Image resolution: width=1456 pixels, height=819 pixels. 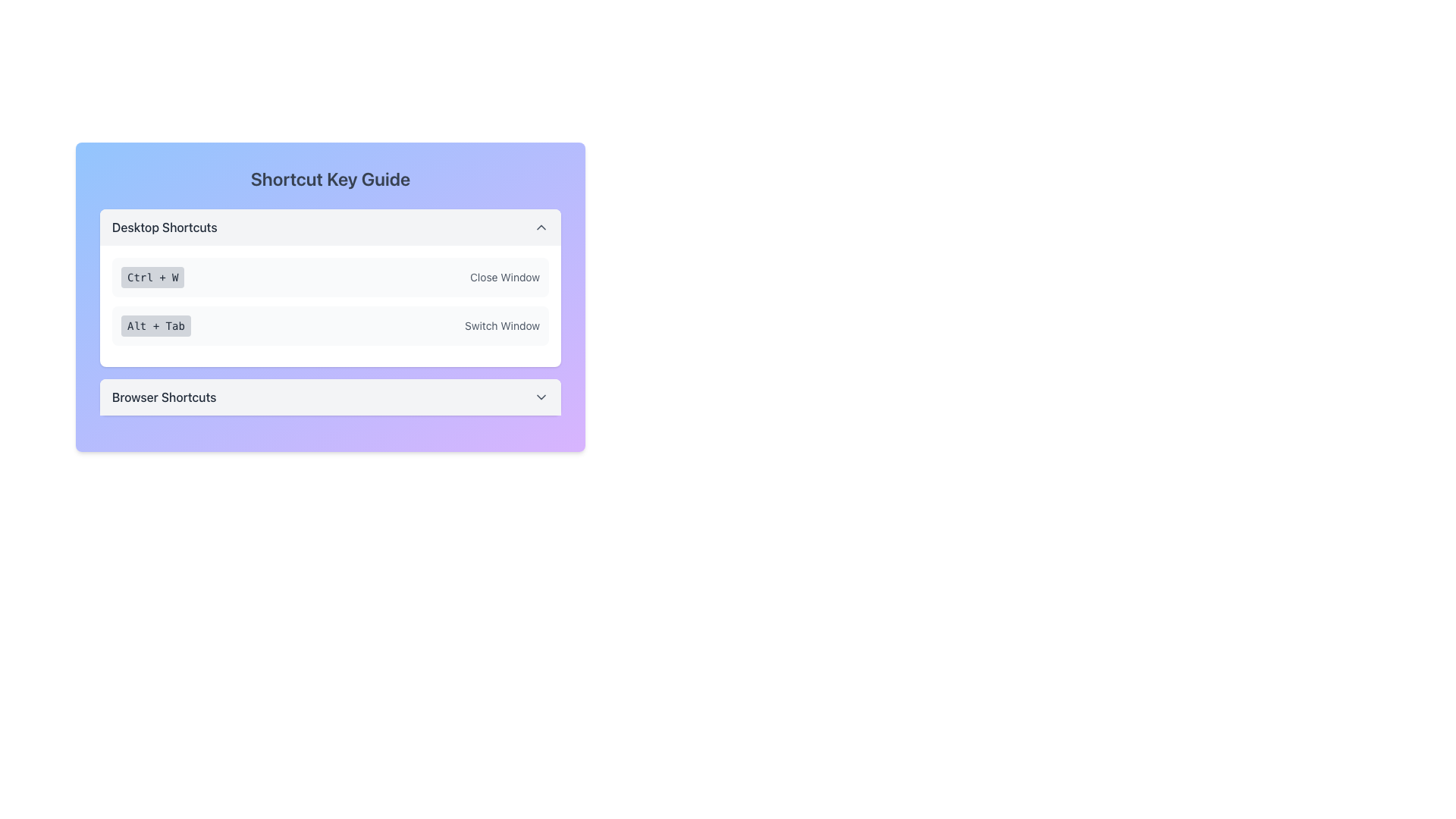 I want to click on the 'Desktop Shortcuts' informational card which lists shortcut key combinations for desktop use, located in the center of the 'Shortcut Key Guide' card, so click(x=330, y=288).